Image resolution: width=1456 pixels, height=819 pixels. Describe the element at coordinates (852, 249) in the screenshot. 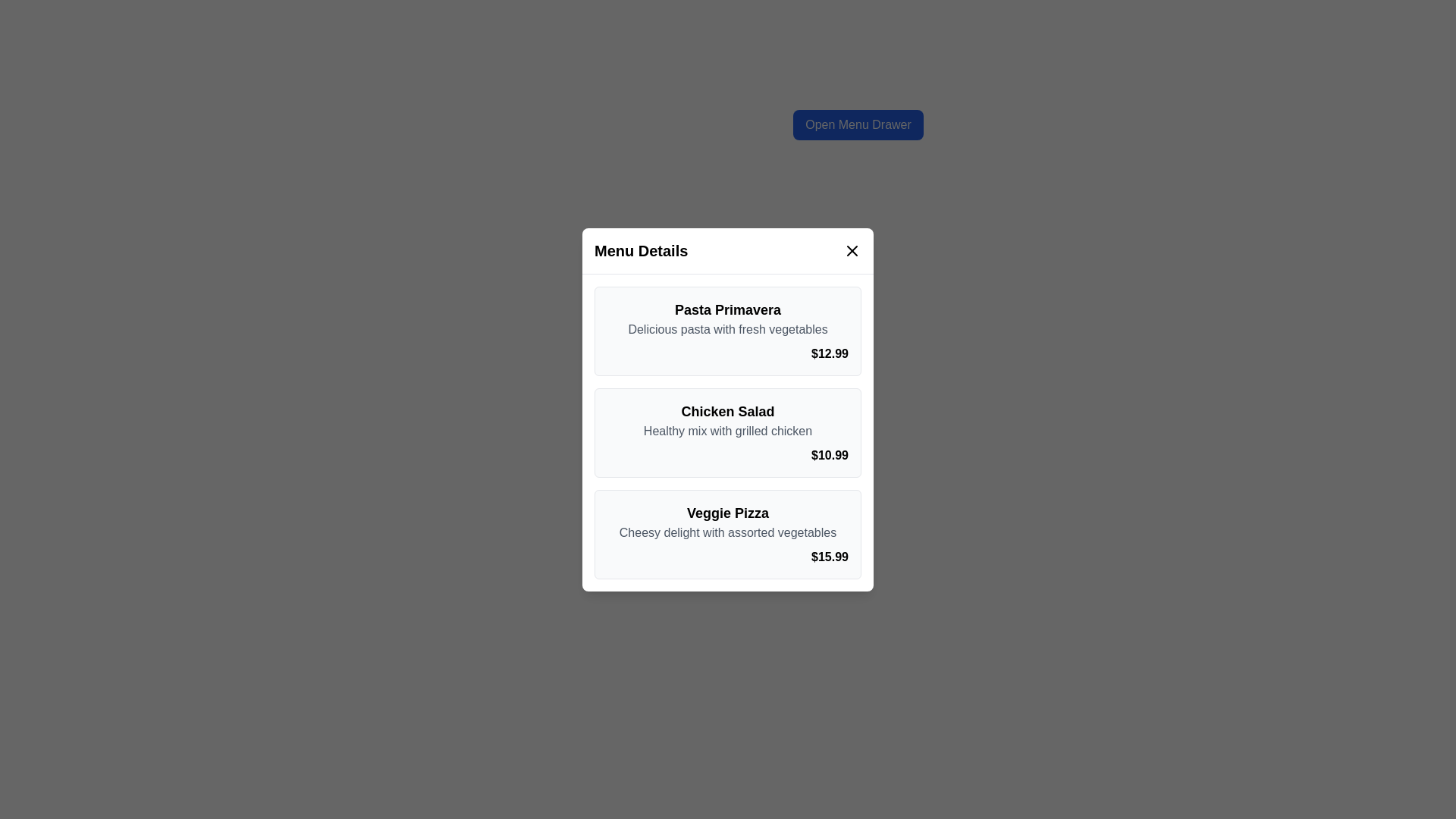

I see `the Close button represented as an SVG graphic located in the top-right corner of the modal window labeled 'Menu Details'` at that location.